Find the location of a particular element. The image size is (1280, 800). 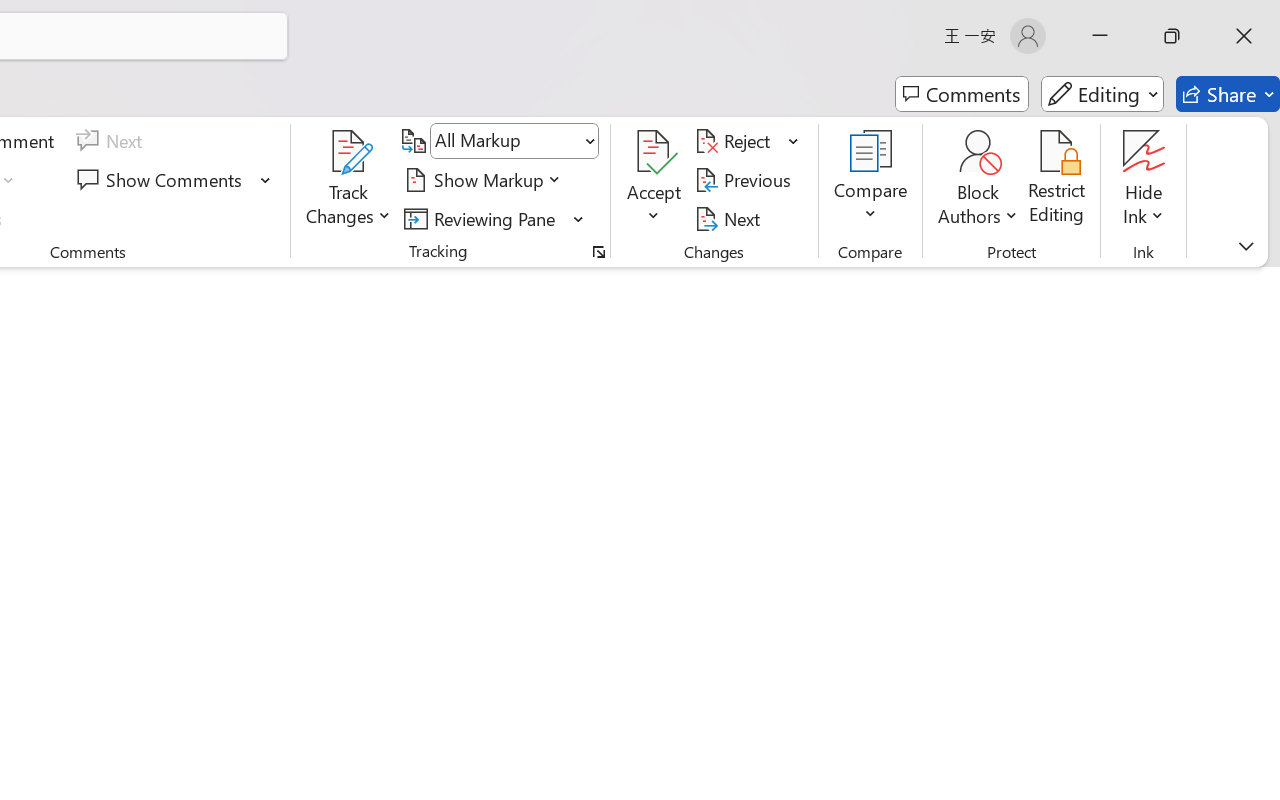

'Ribbon Display Options' is located at coordinates (1245, 245).